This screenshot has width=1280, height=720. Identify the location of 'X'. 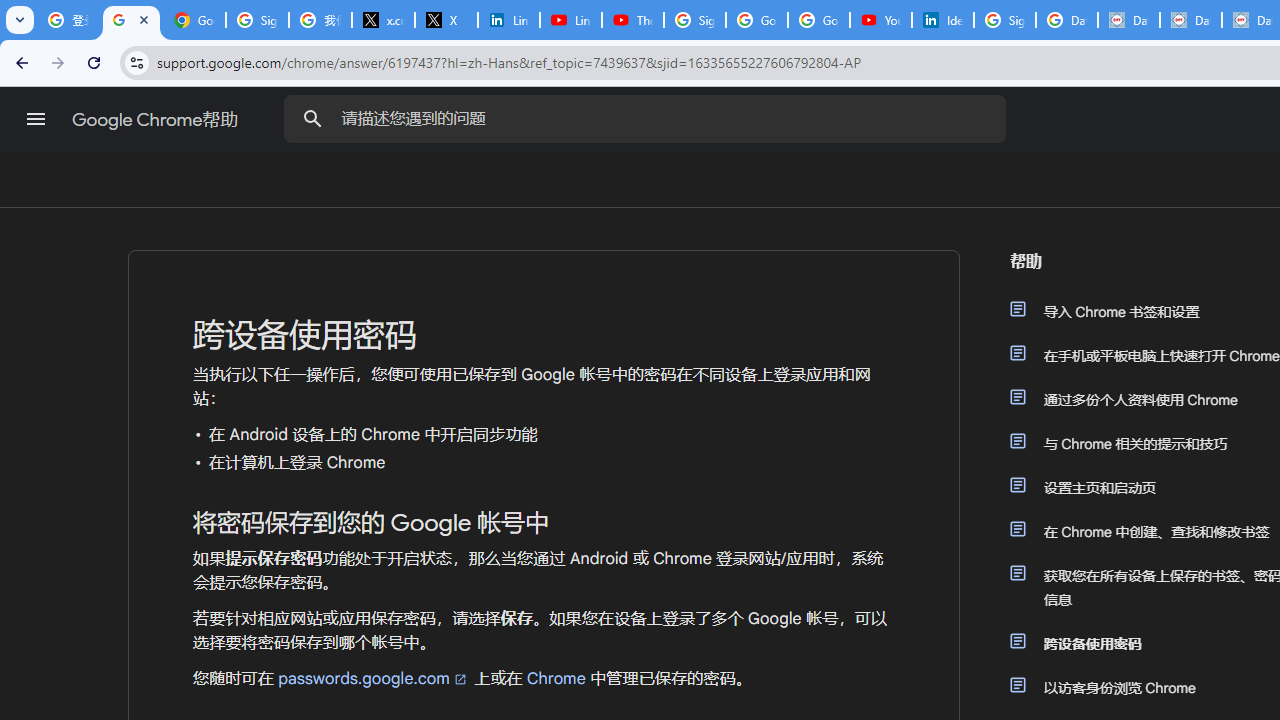
(445, 20).